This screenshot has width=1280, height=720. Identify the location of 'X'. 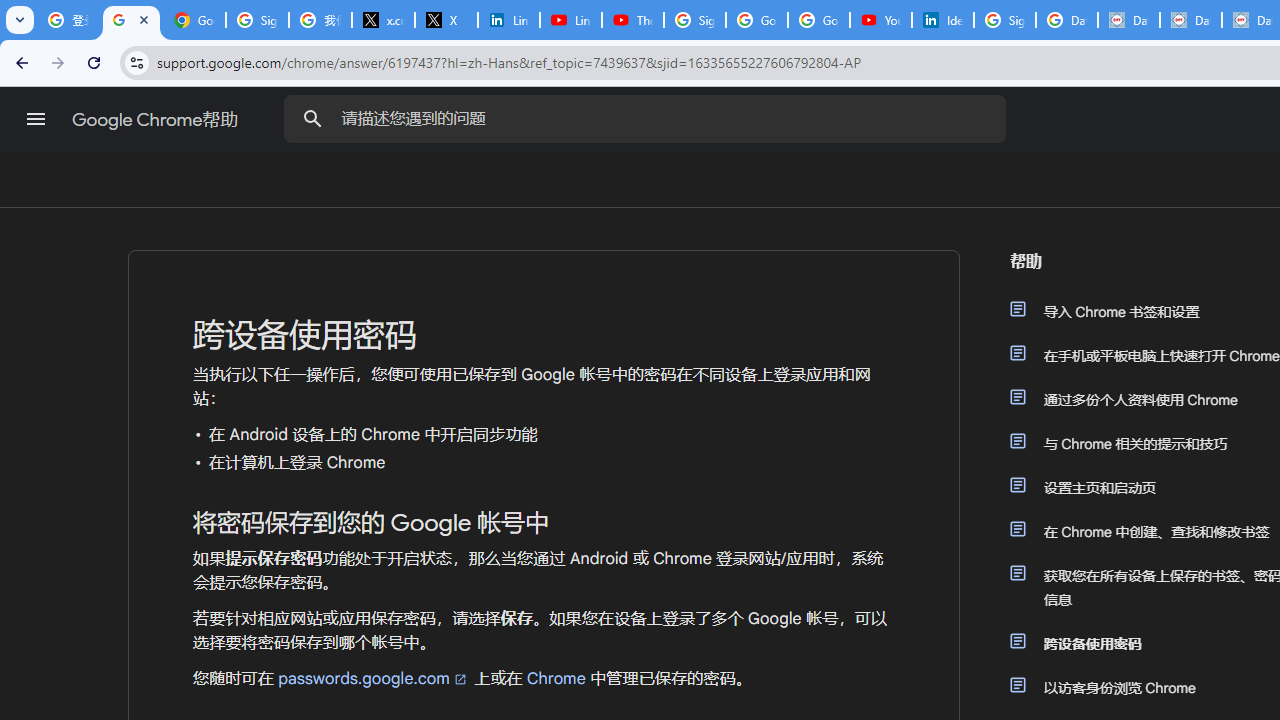
(445, 20).